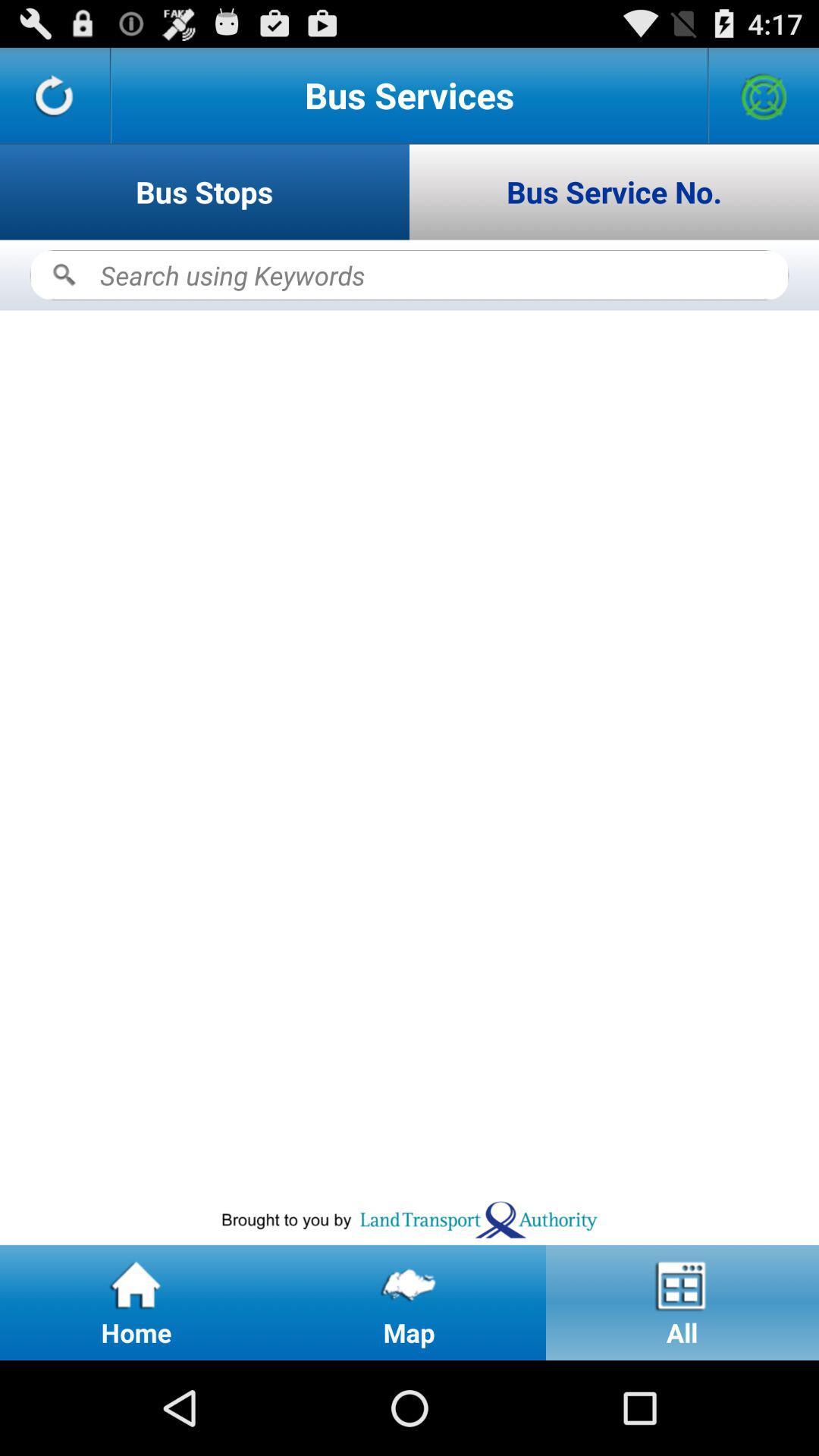 The height and width of the screenshot is (1456, 819). What do you see at coordinates (409, 275) in the screenshot?
I see `search box for keywords` at bounding box center [409, 275].